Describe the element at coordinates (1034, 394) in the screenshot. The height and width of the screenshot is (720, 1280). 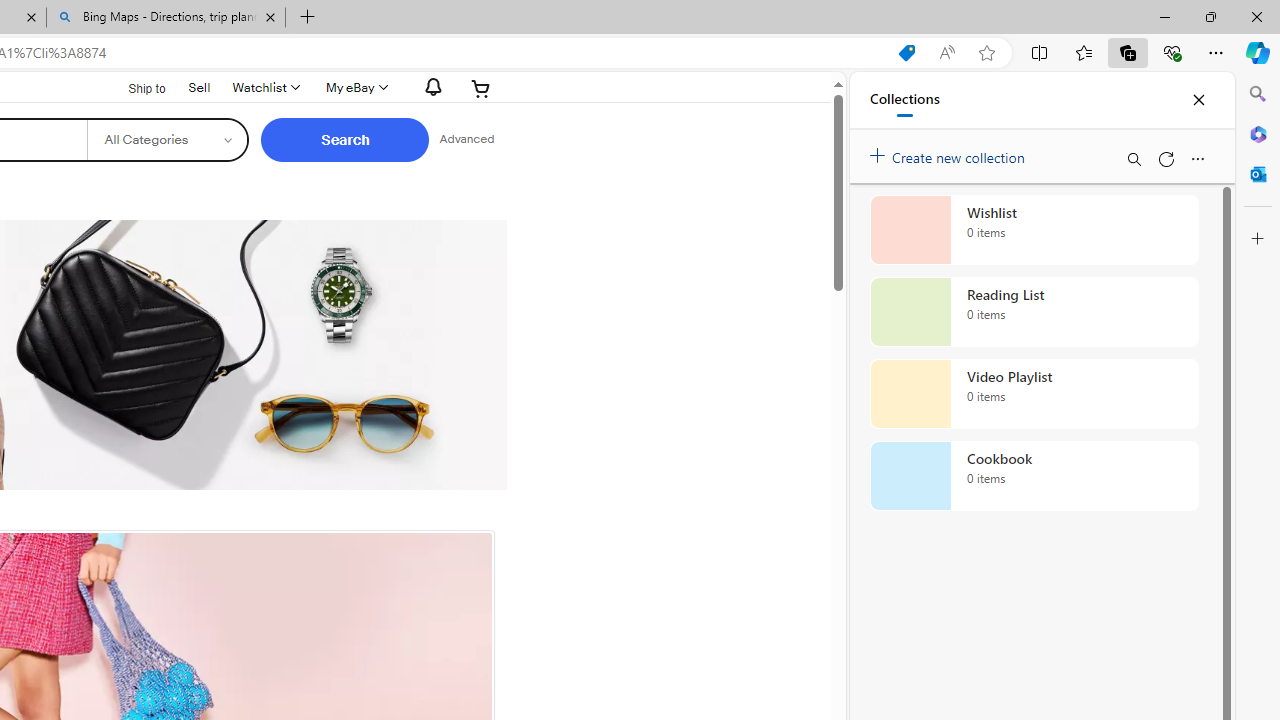
I see `'Video Playlist collection, 0 items'` at that location.